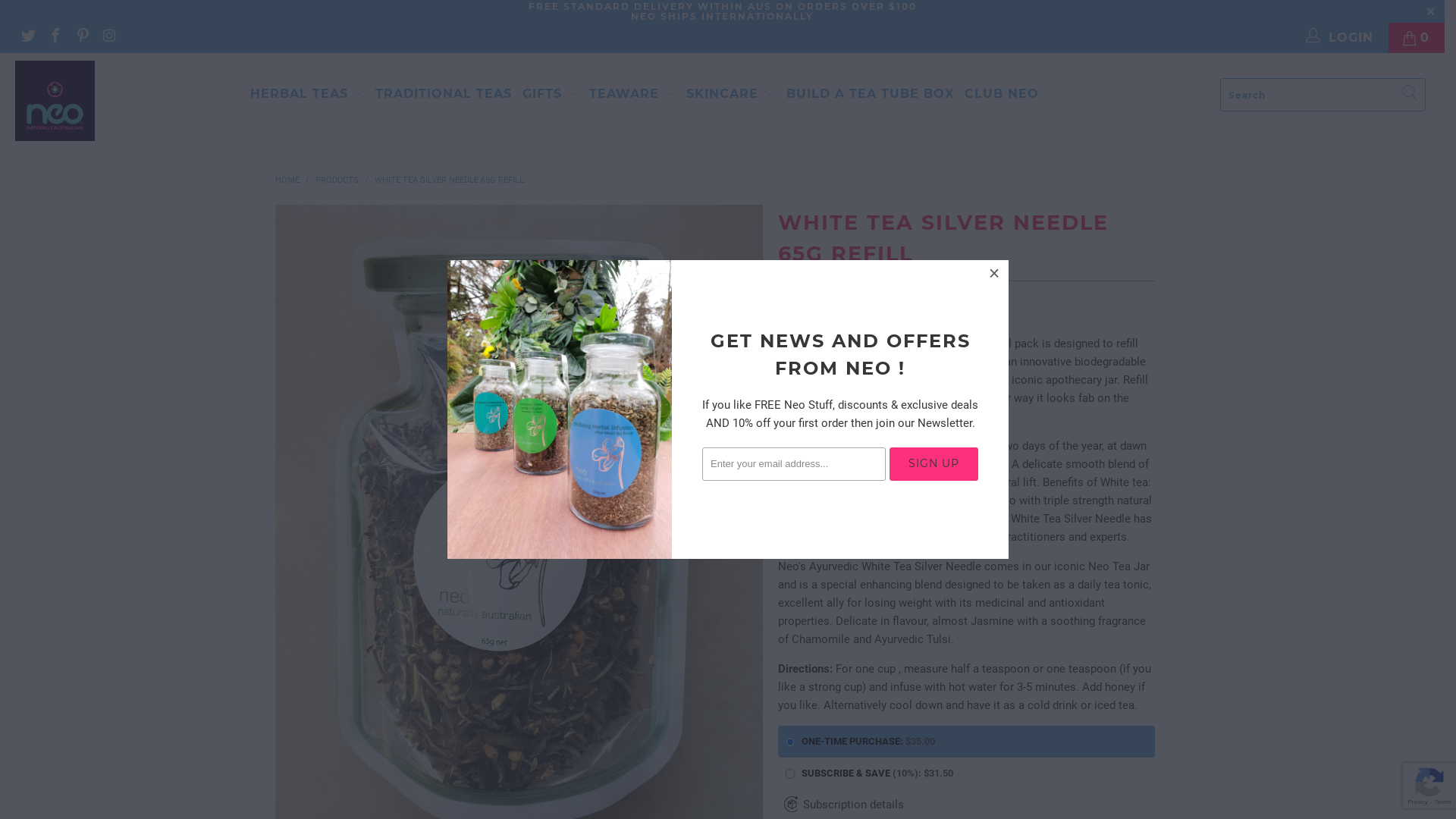 This screenshot has height=819, width=1456. Describe the element at coordinates (1340, 37) in the screenshot. I see `'LOGIN'` at that location.